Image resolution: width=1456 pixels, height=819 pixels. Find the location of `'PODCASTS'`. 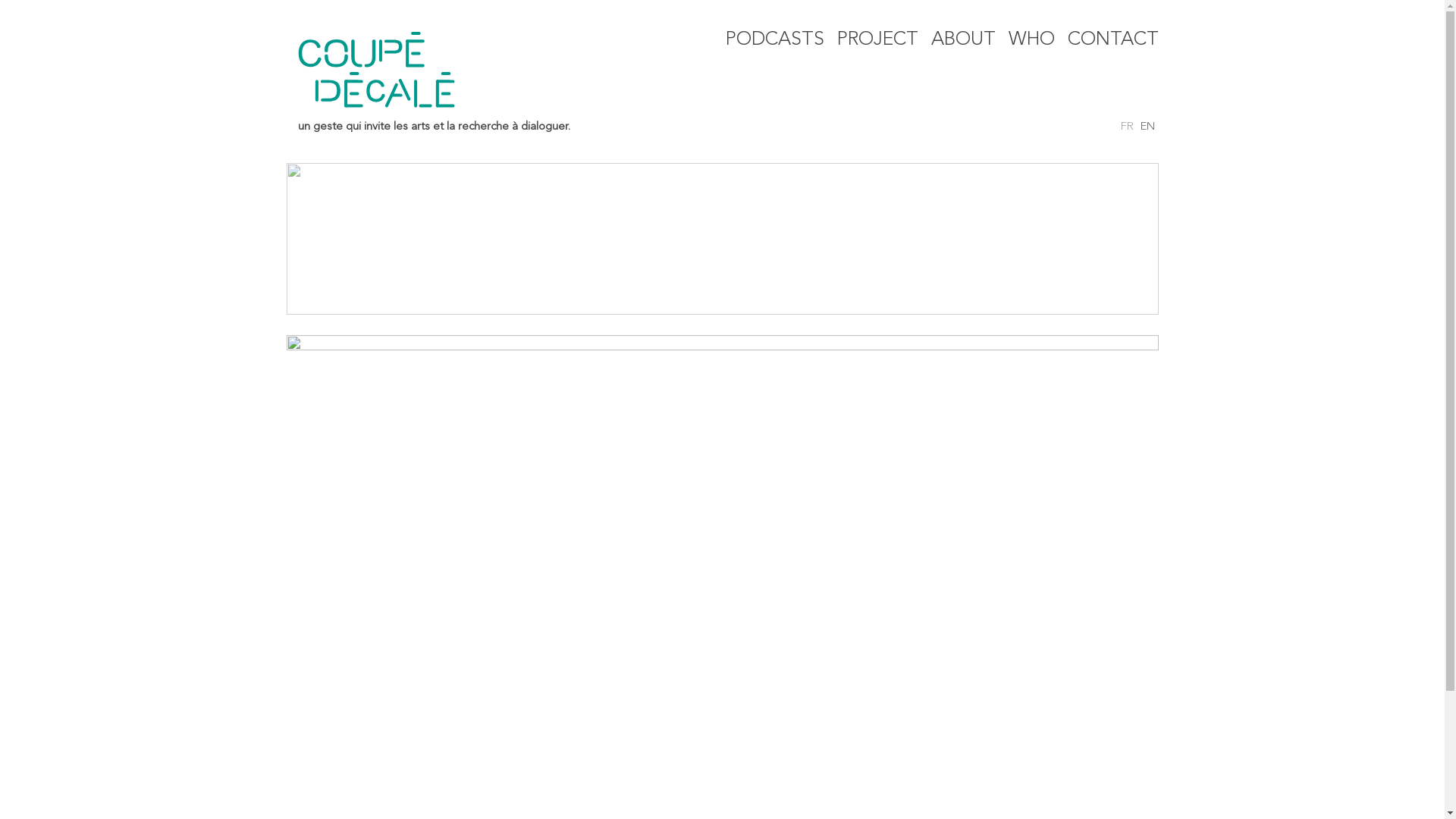

'PODCASTS' is located at coordinates (774, 39).